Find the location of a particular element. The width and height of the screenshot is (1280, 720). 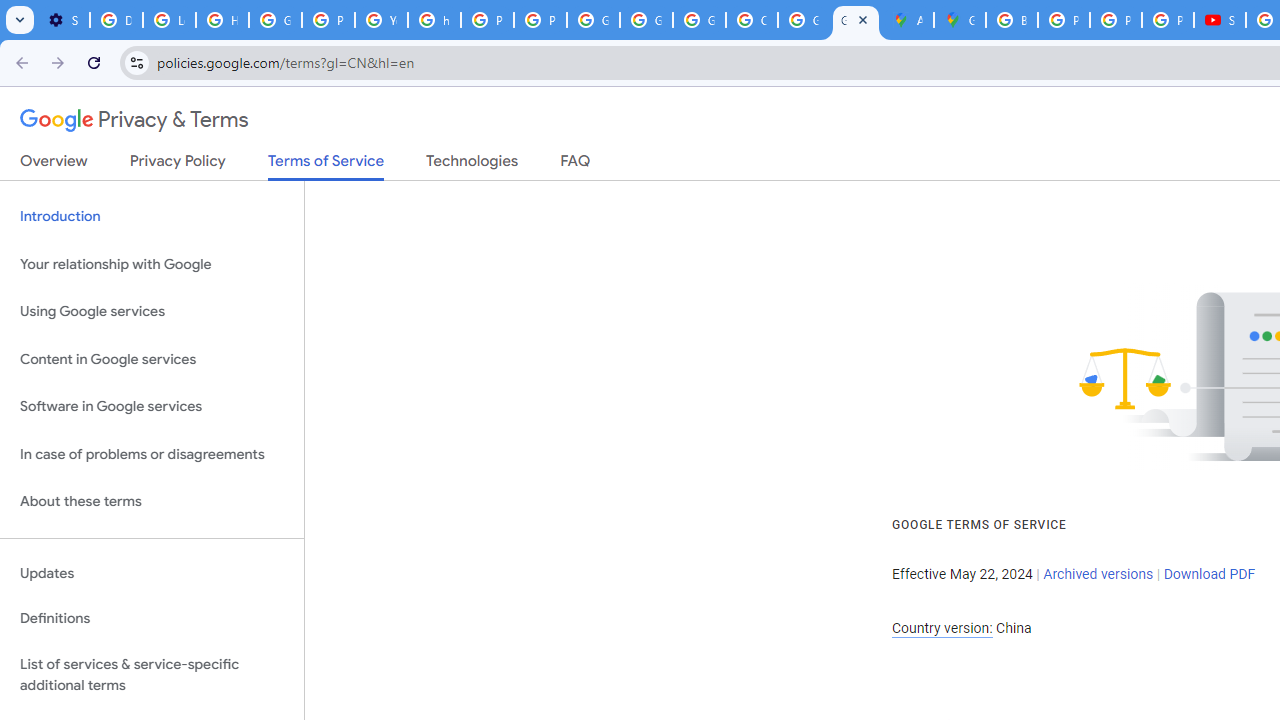

'Learn how to find your photos - Google Photos Help' is located at coordinates (169, 20).